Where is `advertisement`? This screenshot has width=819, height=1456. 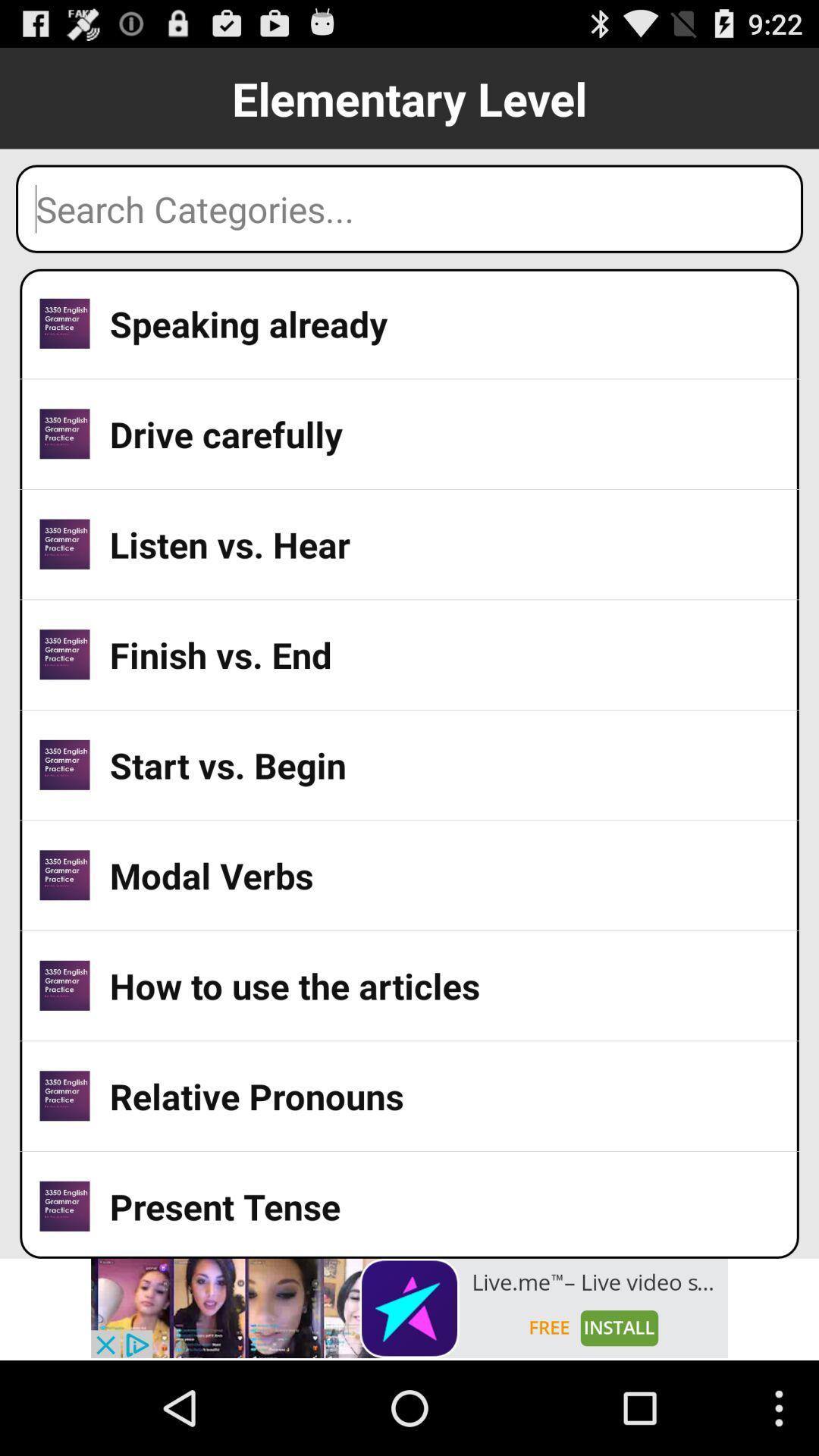
advertisement is located at coordinates (409, 1307).